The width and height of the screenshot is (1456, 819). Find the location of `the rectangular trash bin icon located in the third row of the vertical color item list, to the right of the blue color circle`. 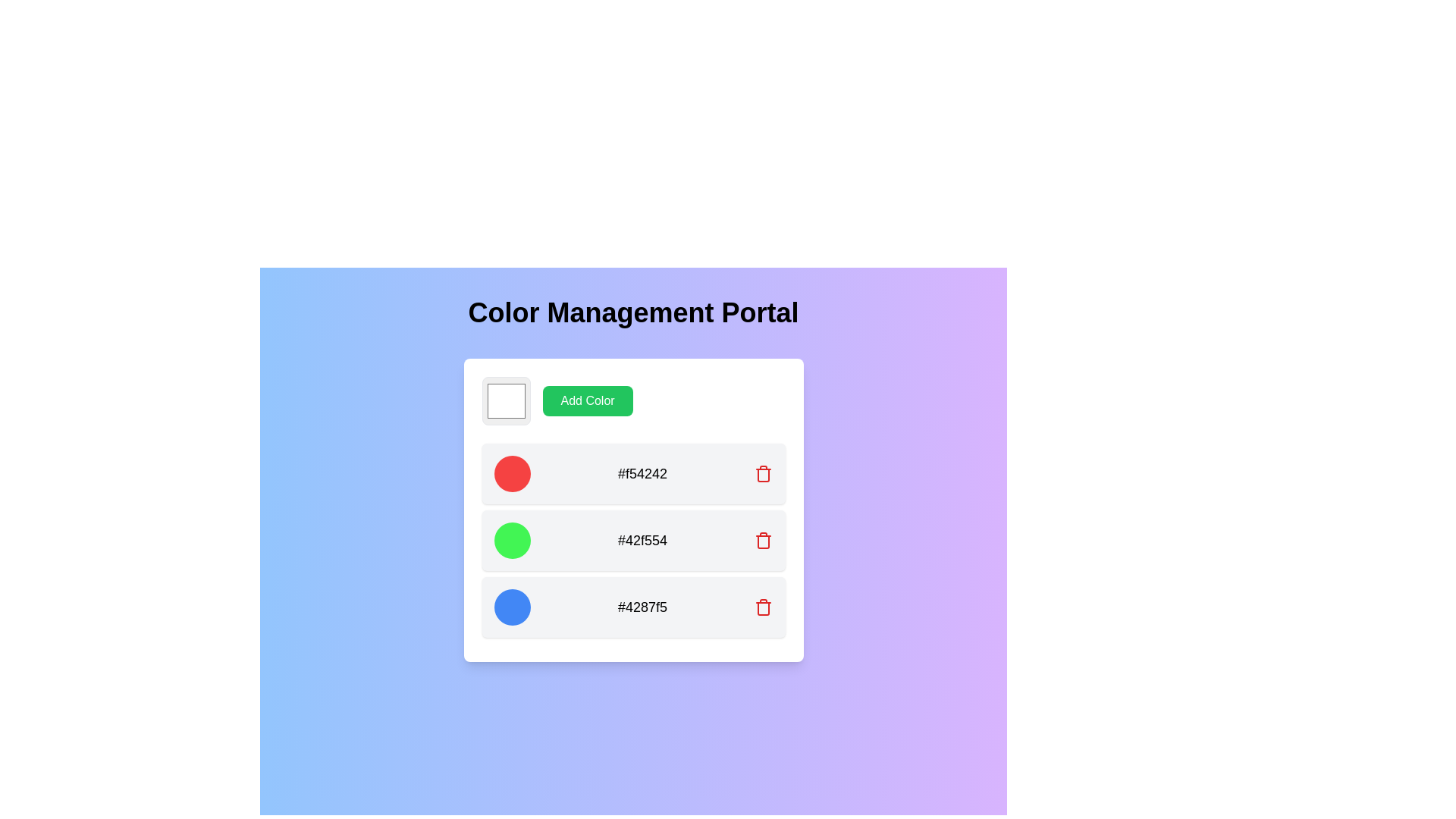

the rectangular trash bin icon located in the third row of the vertical color item list, to the right of the blue color circle is located at coordinates (764, 541).